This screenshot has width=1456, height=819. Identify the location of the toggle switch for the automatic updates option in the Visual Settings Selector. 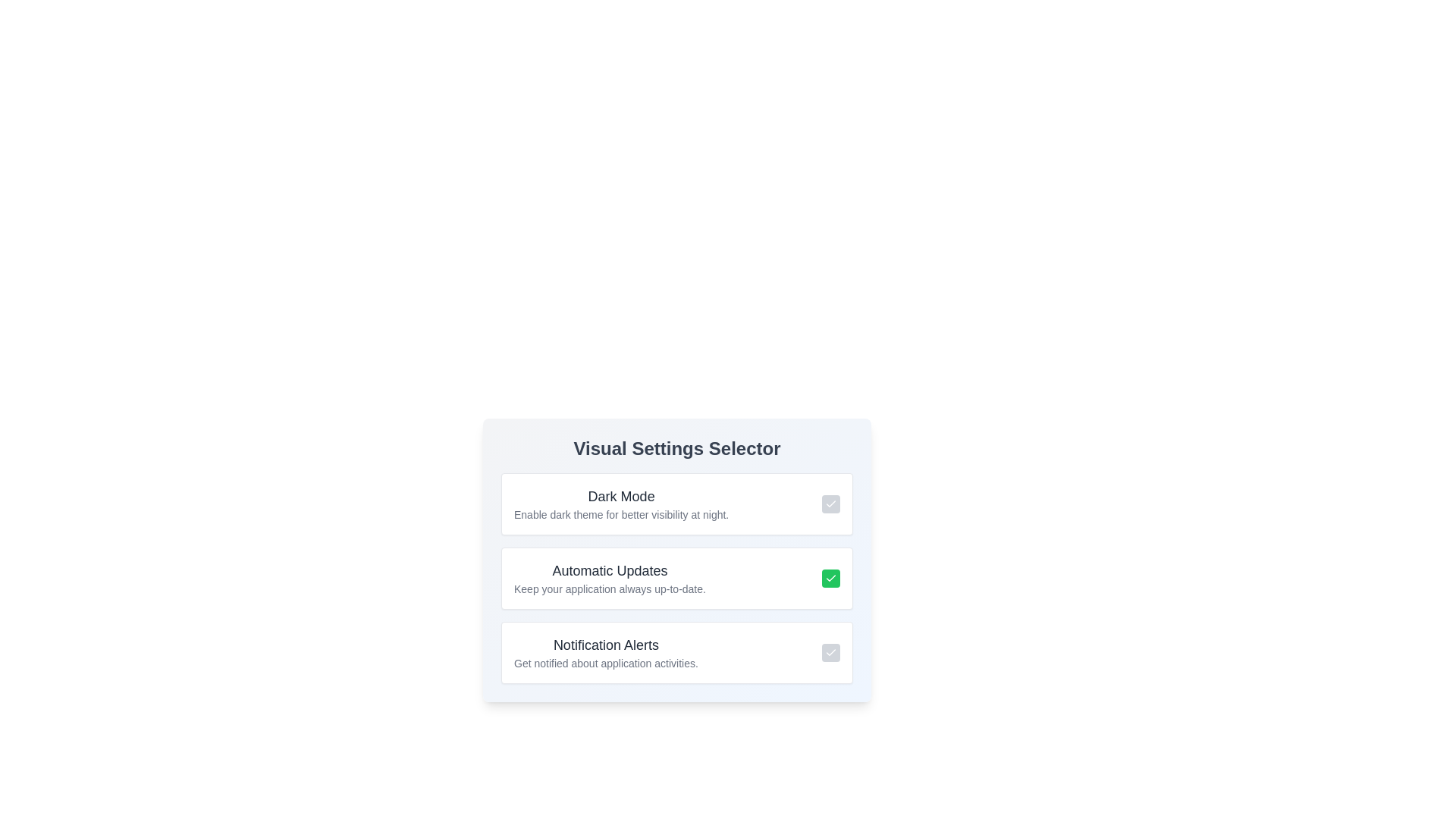
(676, 579).